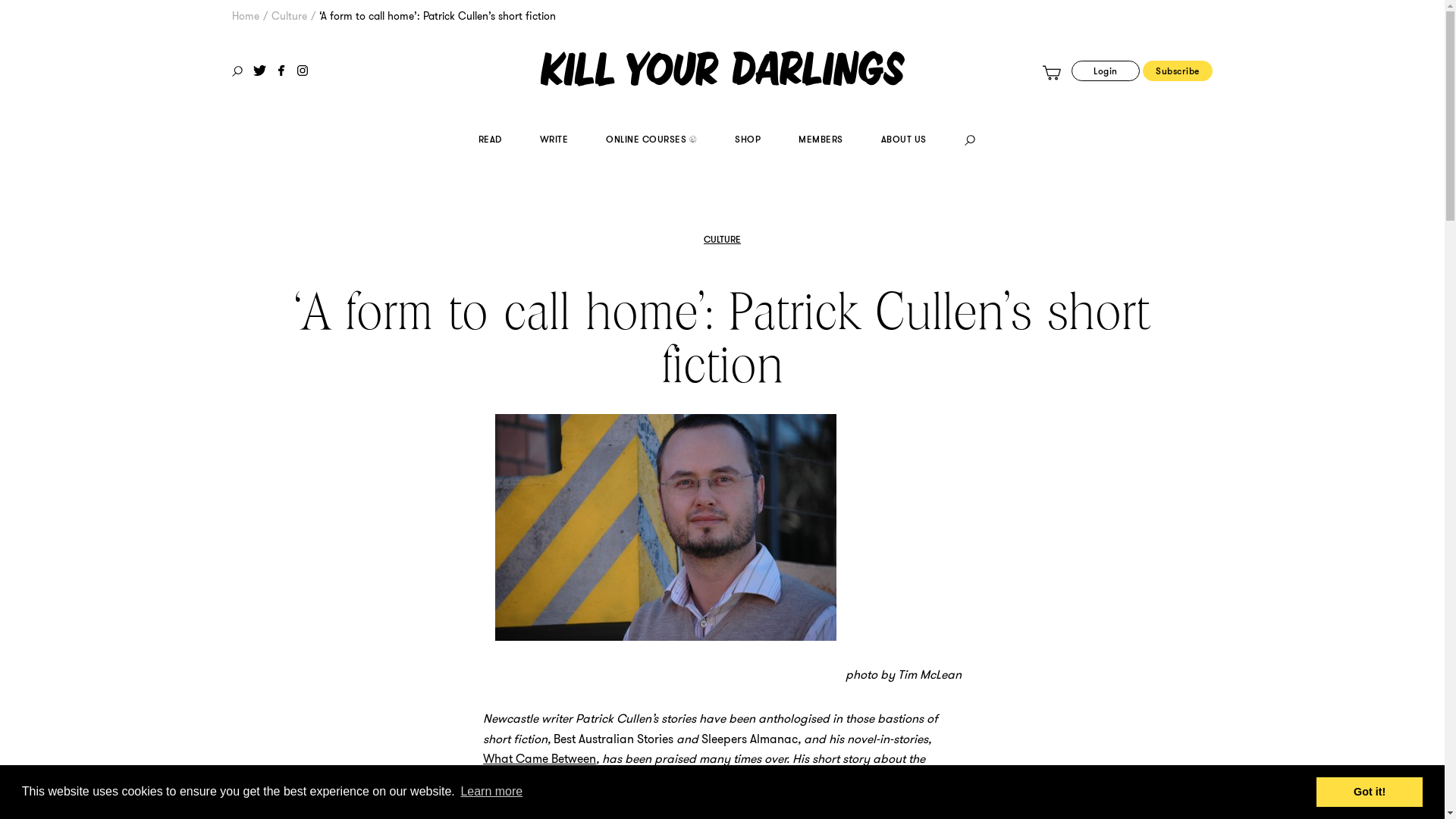 This screenshot has height=819, width=1456. Describe the element at coordinates (281, 70) in the screenshot. I see `'Facebook'` at that location.